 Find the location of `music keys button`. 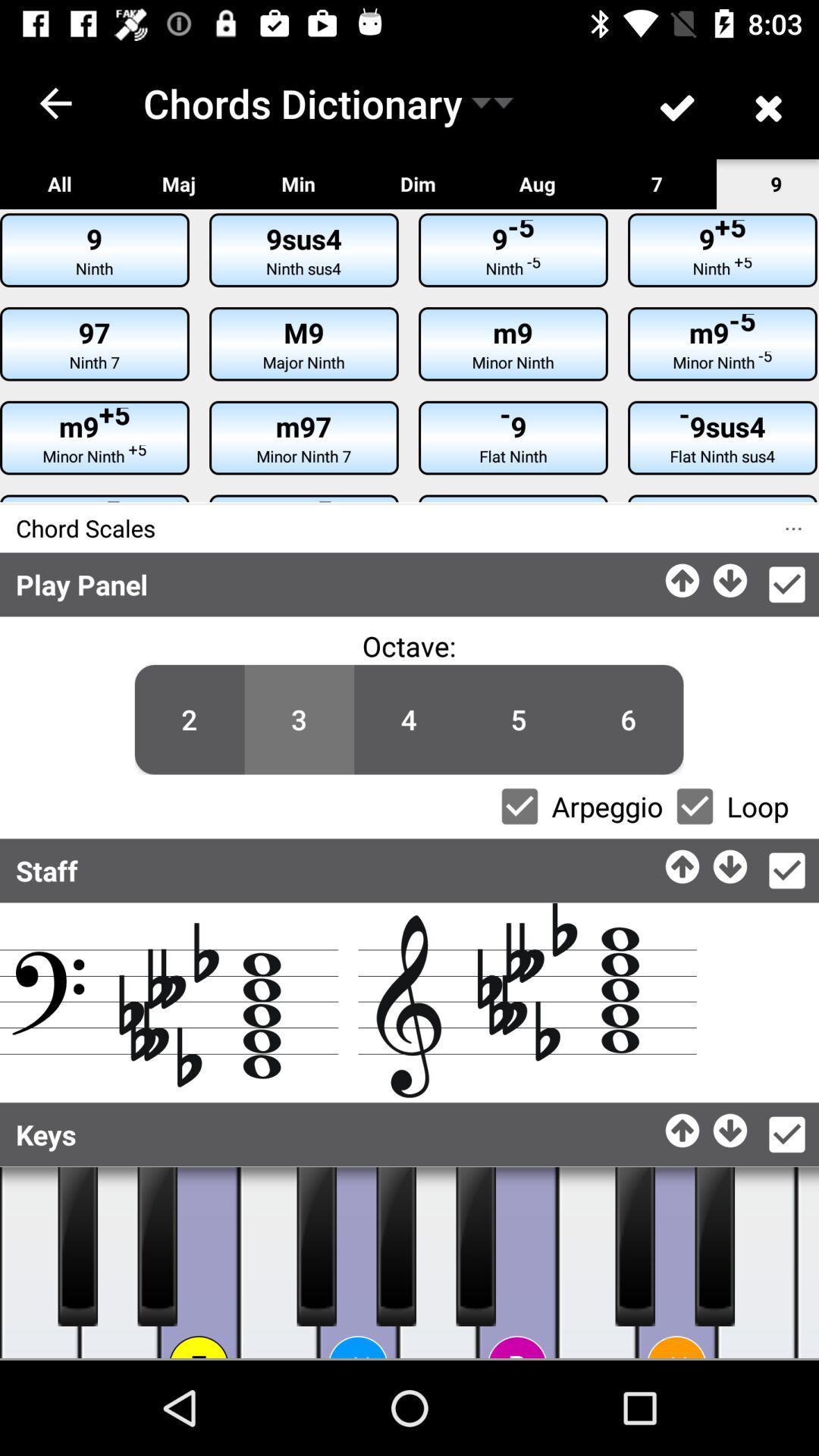

music keys button is located at coordinates (39, 1263).